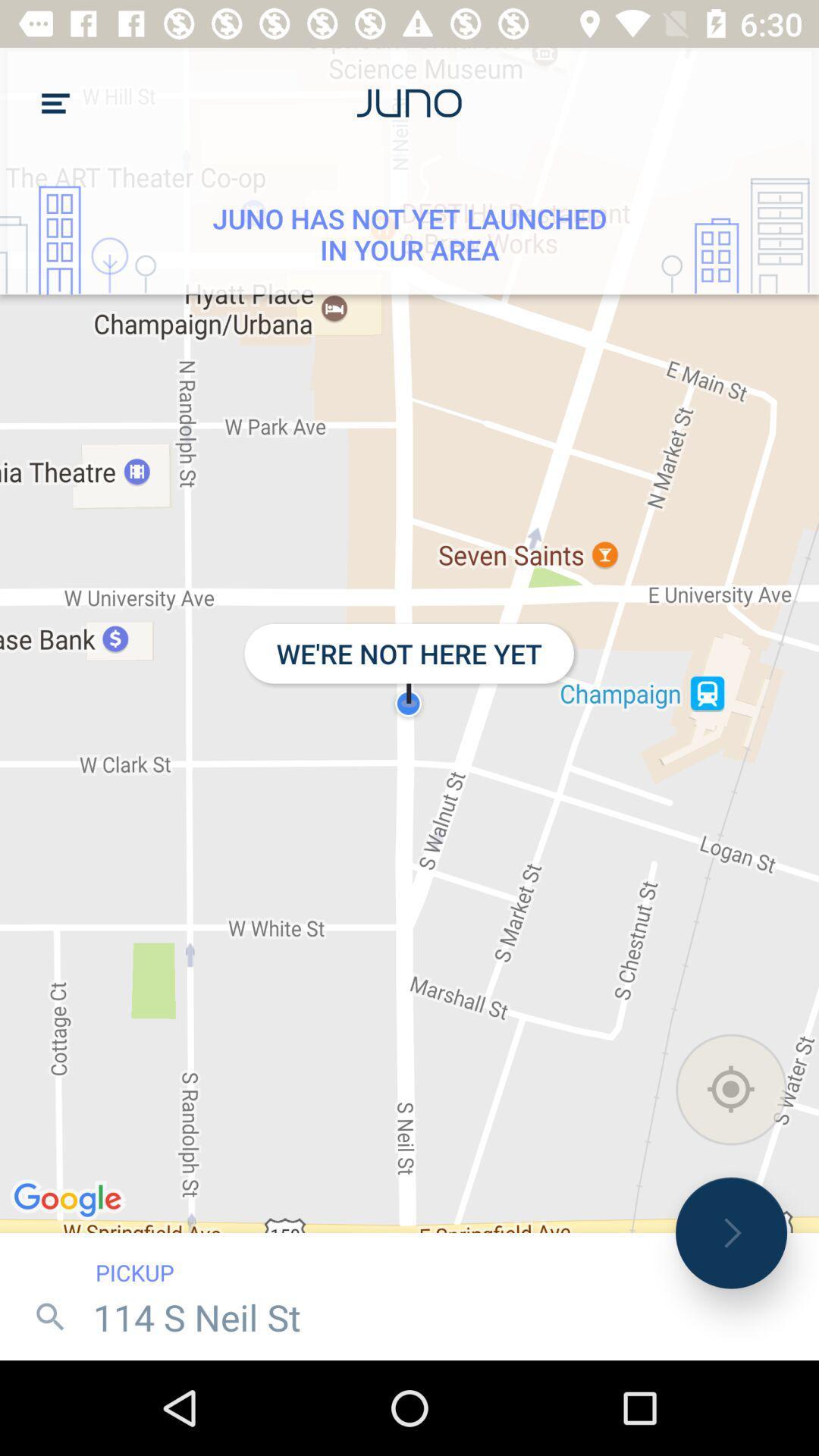 This screenshot has width=819, height=1456. I want to click on icon next to pickup, so click(730, 1233).